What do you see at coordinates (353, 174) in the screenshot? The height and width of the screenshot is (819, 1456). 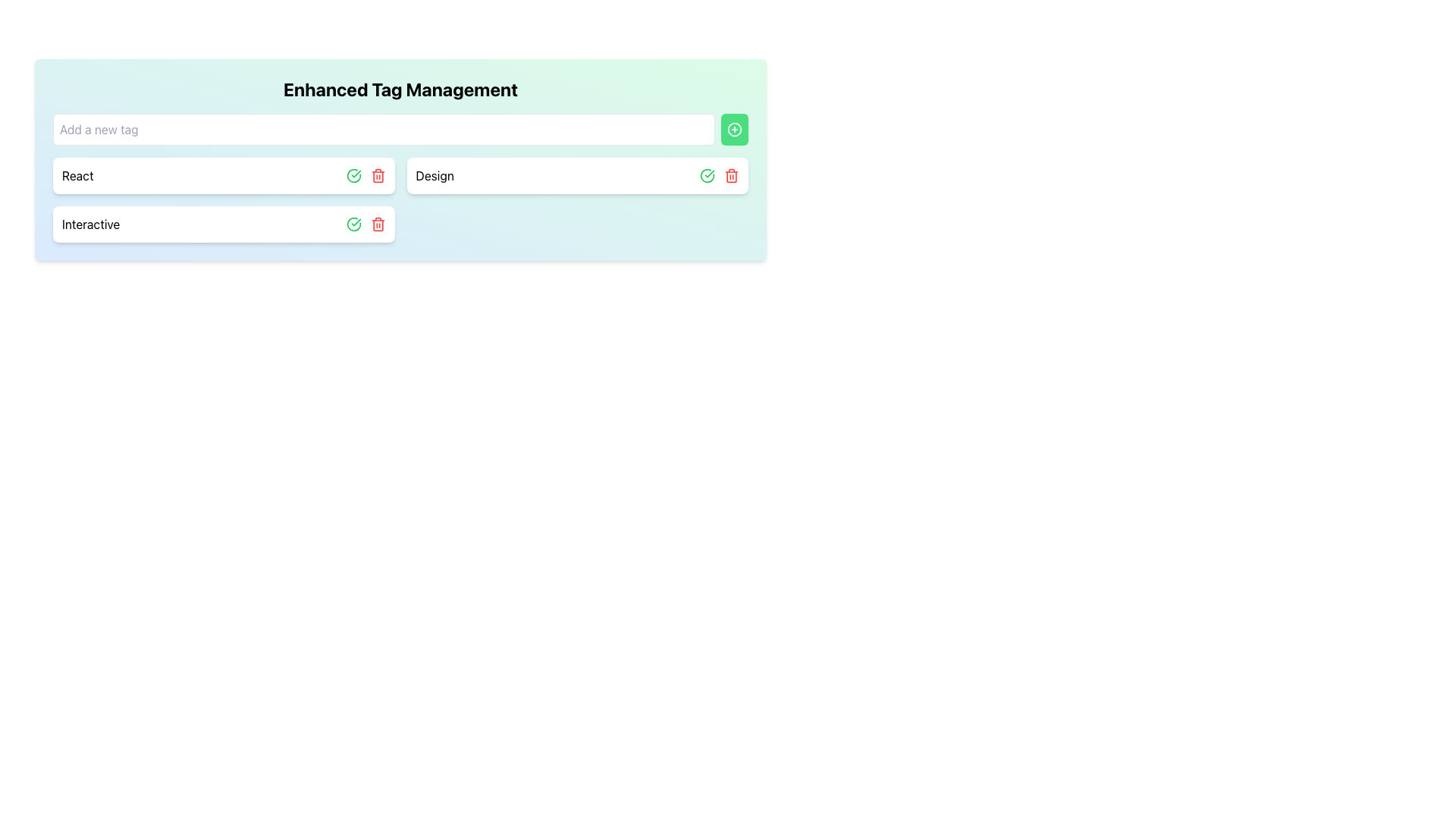 I see `the confirmation indicator icon that signals the successful addition or active status of the associated tag, located to the right of the 'Interactive' tag label` at bounding box center [353, 174].